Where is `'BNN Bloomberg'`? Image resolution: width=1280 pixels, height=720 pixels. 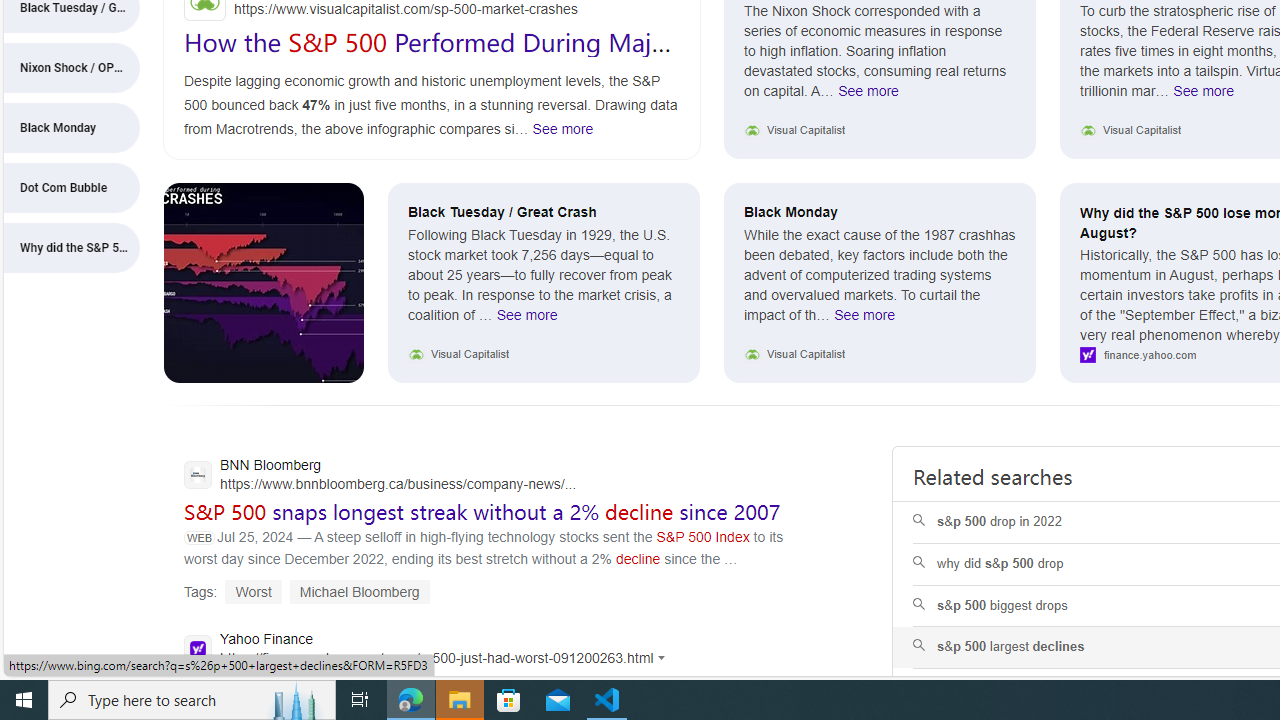 'BNN Bloomberg' is located at coordinates (380, 477).